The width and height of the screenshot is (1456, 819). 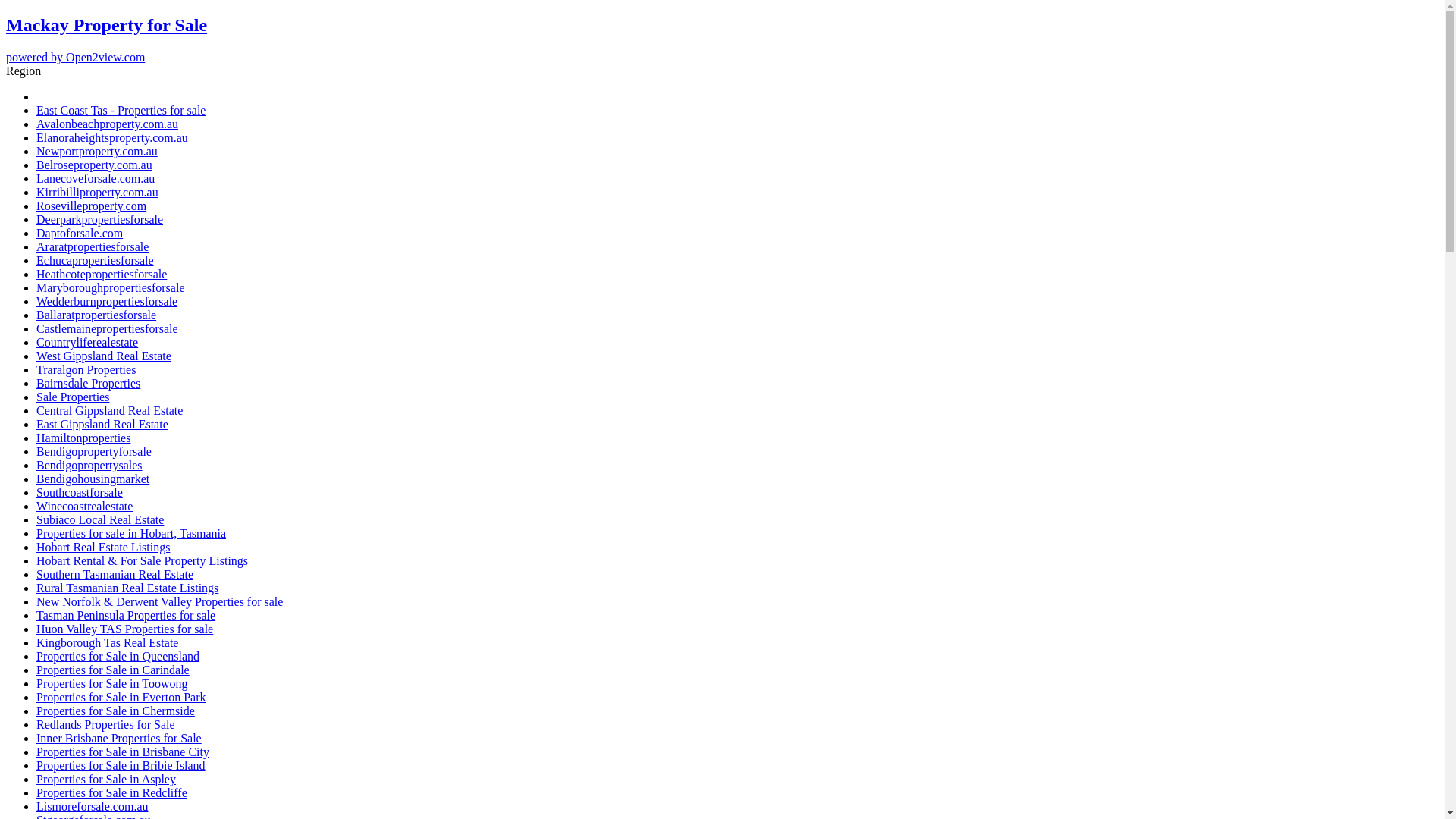 What do you see at coordinates (106, 123) in the screenshot?
I see `'Avalonbeachproperty.com.au'` at bounding box center [106, 123].